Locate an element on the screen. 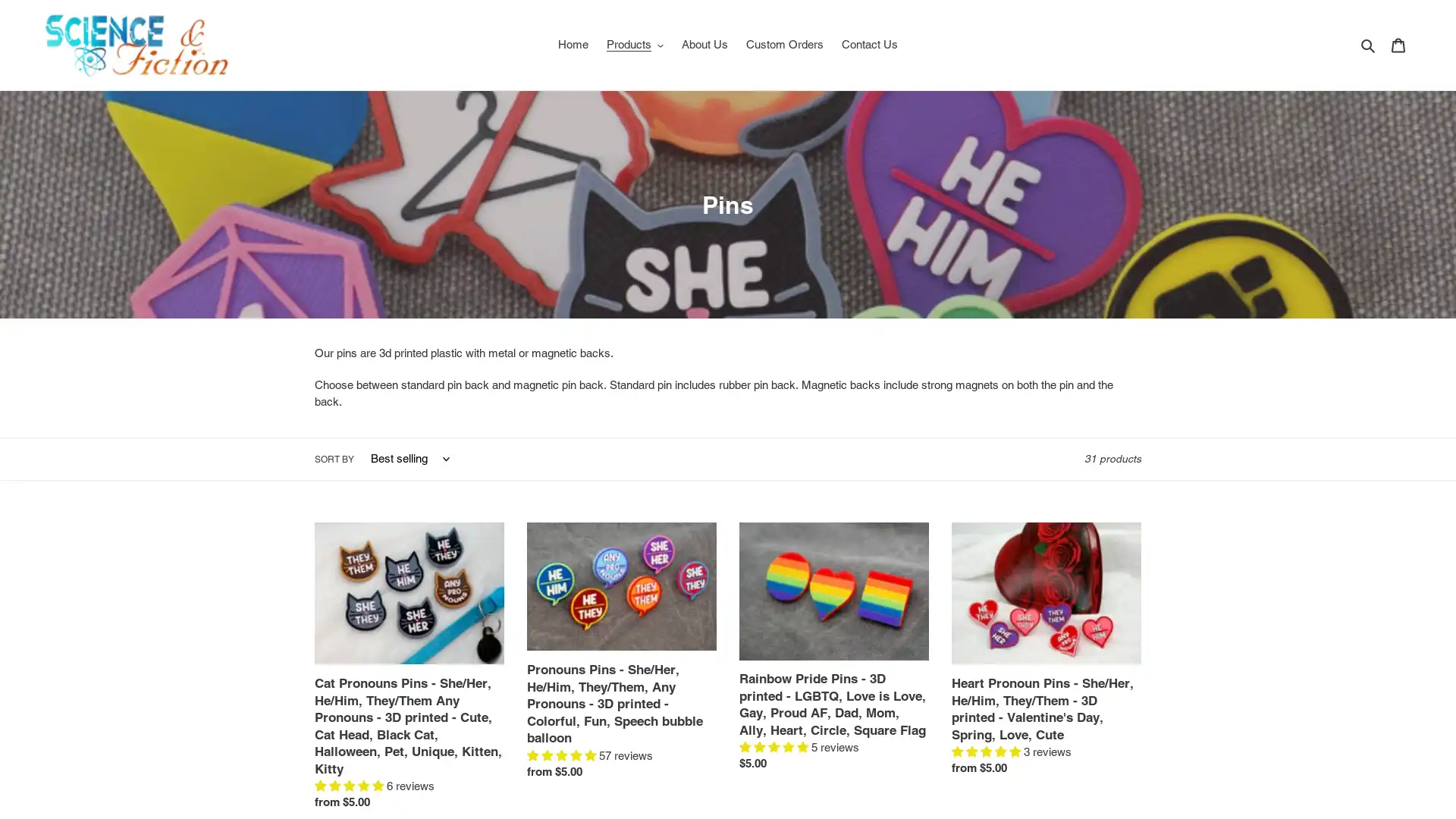  Products is located at coordinates (634, 43).